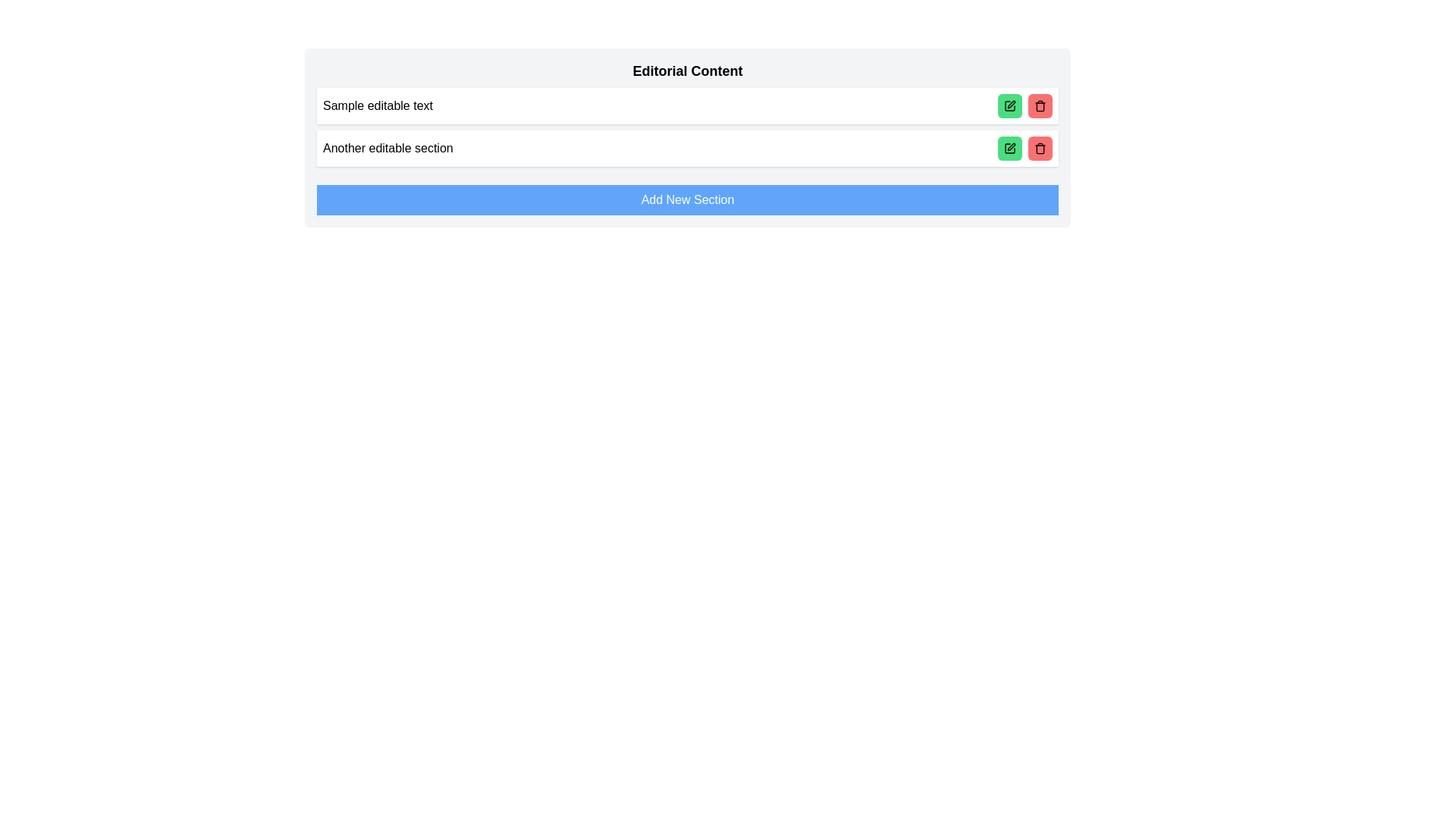 The width and height of the screenshot is (1456, 819). Describe the element at coordinates (1040, 105) in the screenshot. I see `the delete icon button located on the right side of a content row, adjacent to the green edit button` at that location.